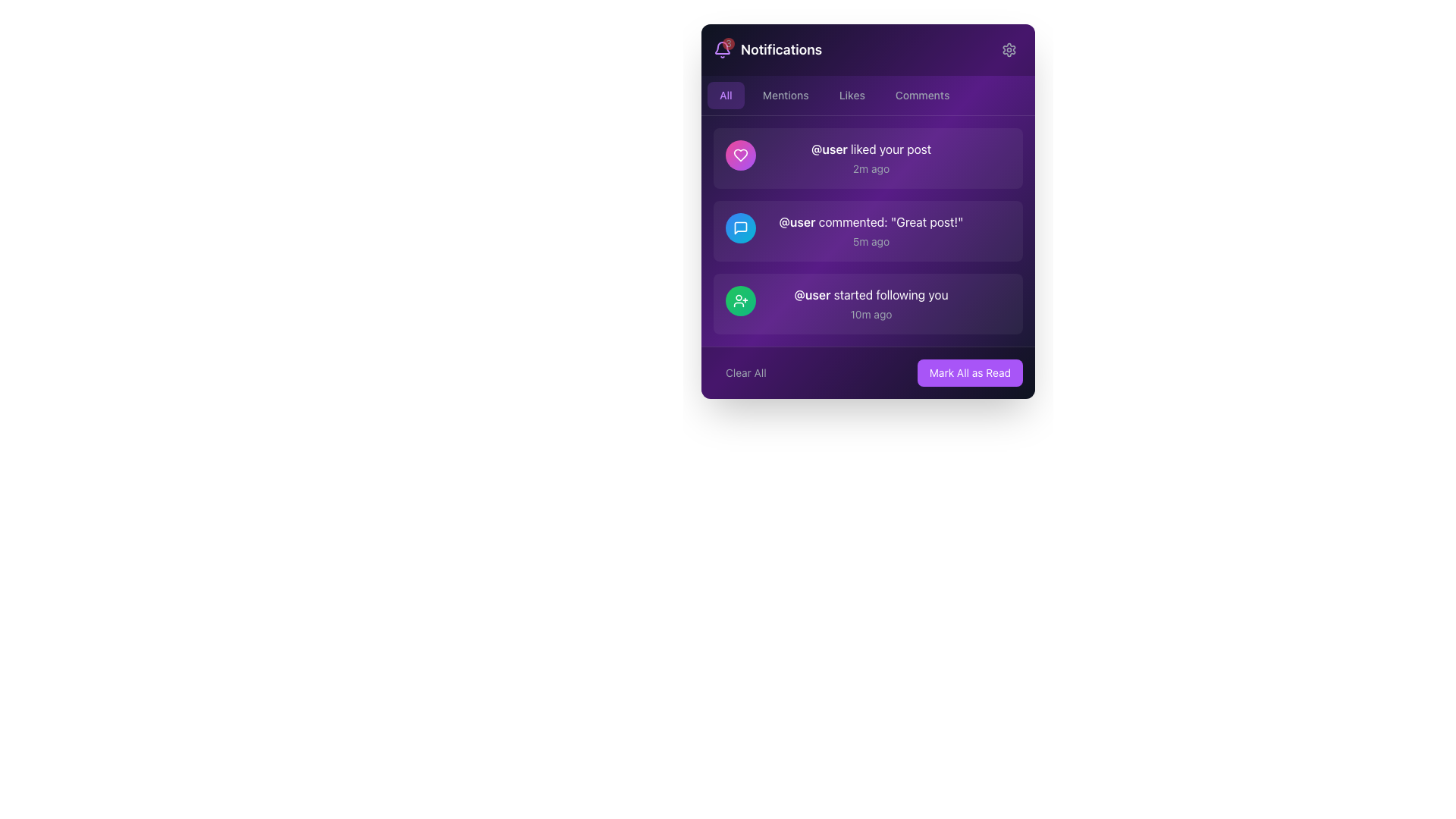  What do you see at coordinates (871, 149) in the screenshot?
I see `the text label that indicates '@user' has liked the user's post, which is the first notification item in the vertical stack of notifications` at bounding box center [871, 149].